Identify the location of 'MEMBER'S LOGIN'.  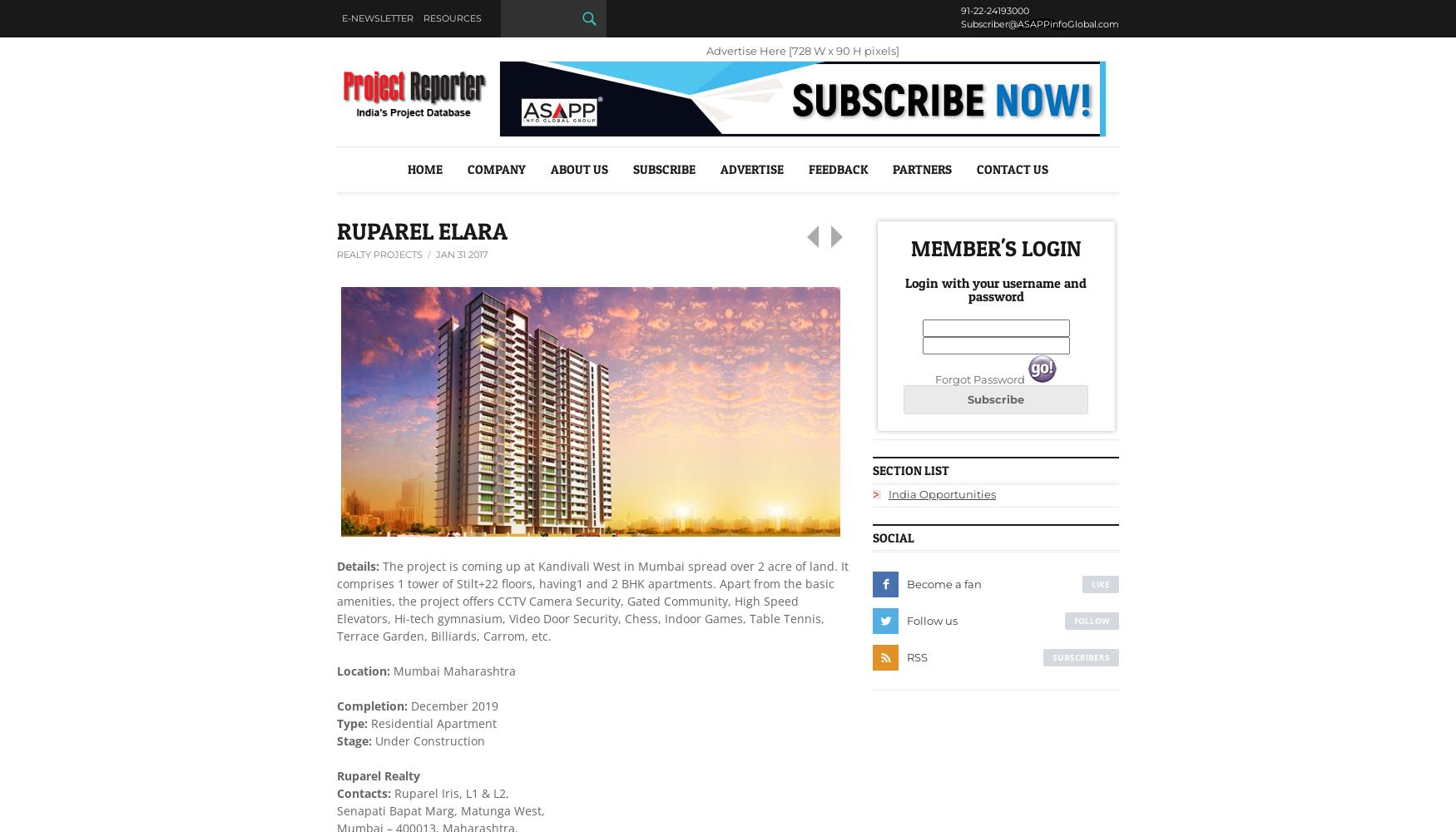
(995, 247).